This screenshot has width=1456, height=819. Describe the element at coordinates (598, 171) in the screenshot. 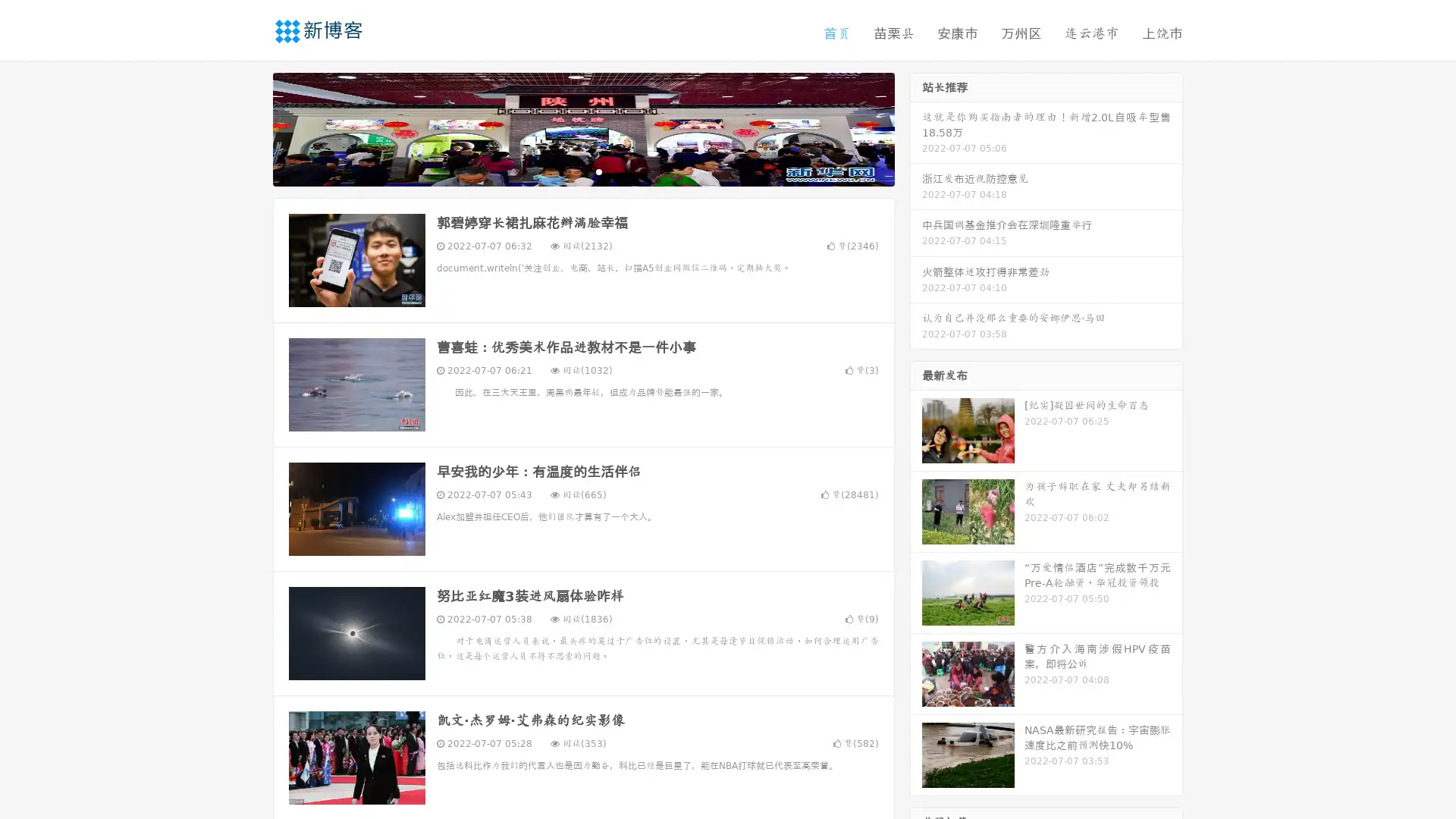

I see `Go to slide 3` at that location.